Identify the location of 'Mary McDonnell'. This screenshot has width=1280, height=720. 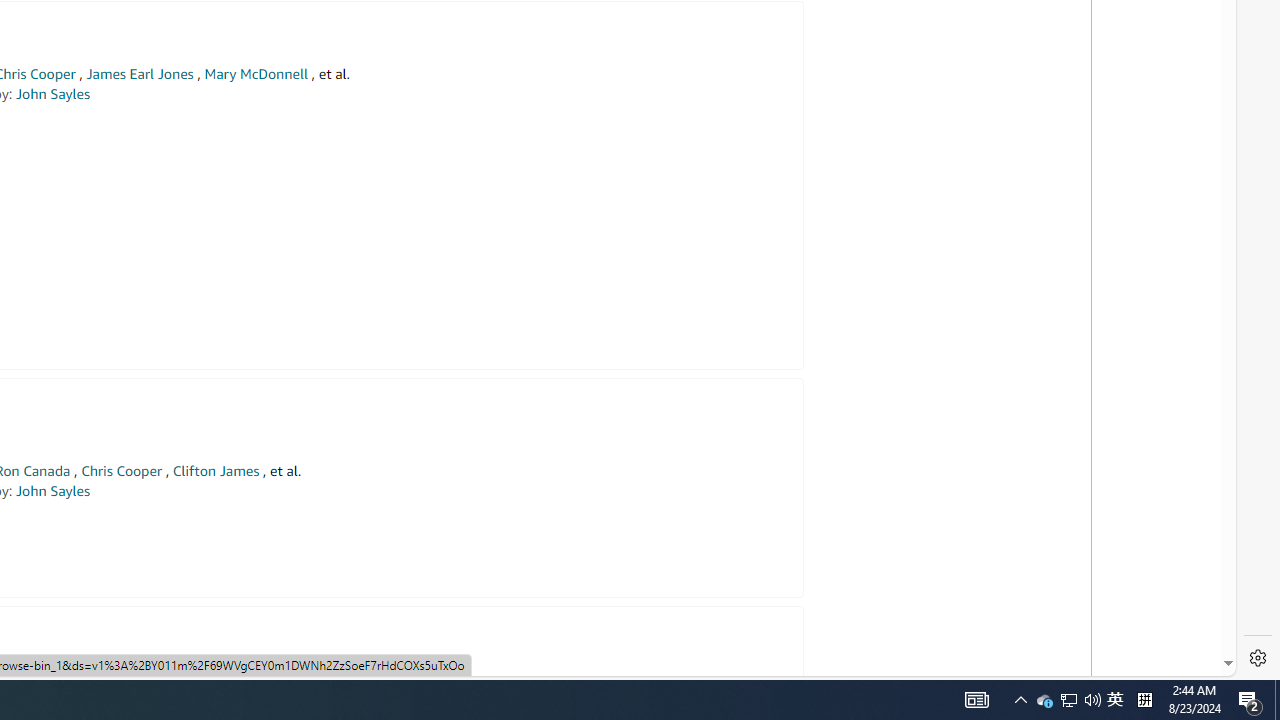
(255, 73).